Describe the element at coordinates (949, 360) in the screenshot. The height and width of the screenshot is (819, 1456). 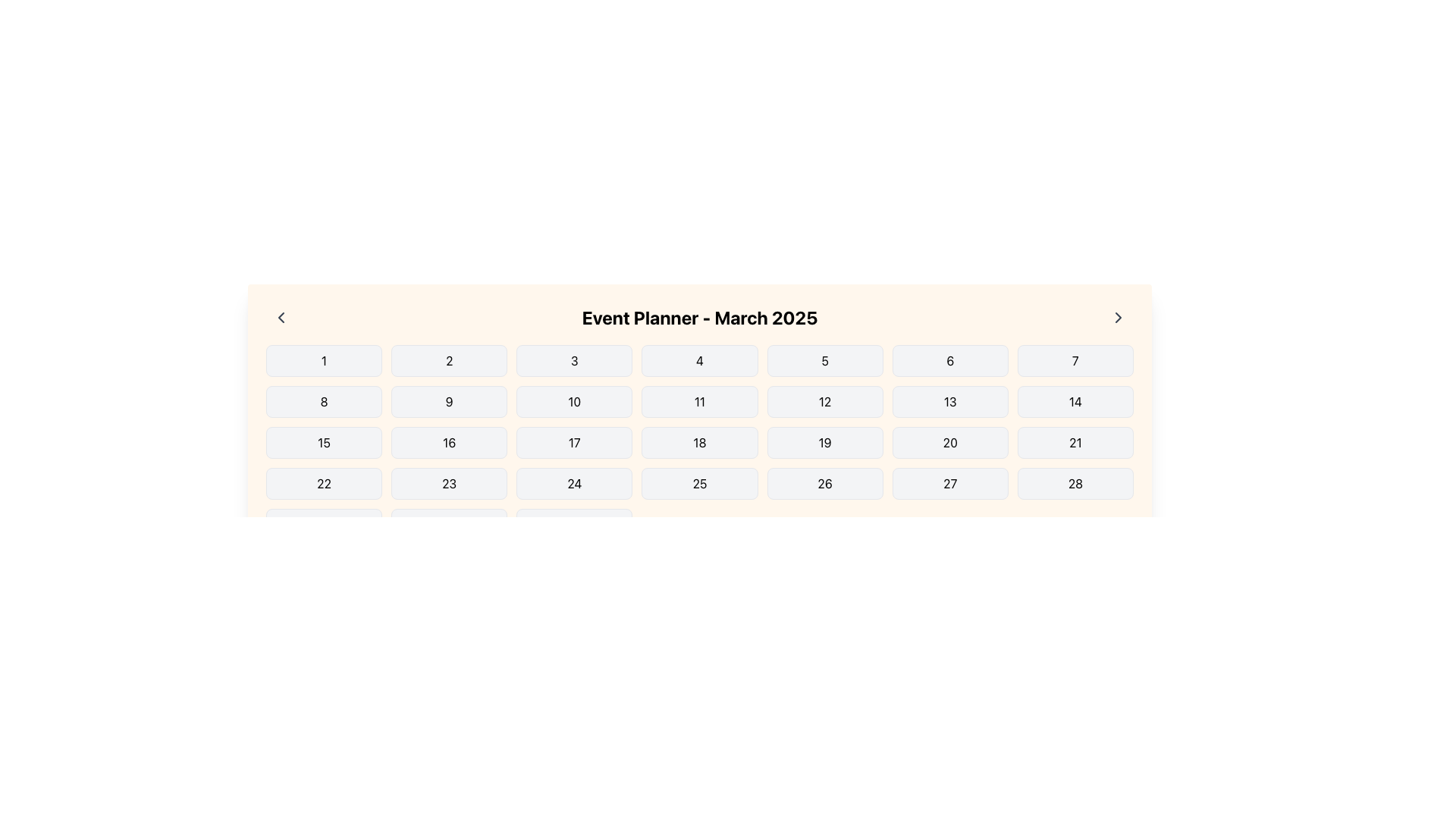
I see `the rectangular button with a light gray background and the number '6' centered in black text` at that location.